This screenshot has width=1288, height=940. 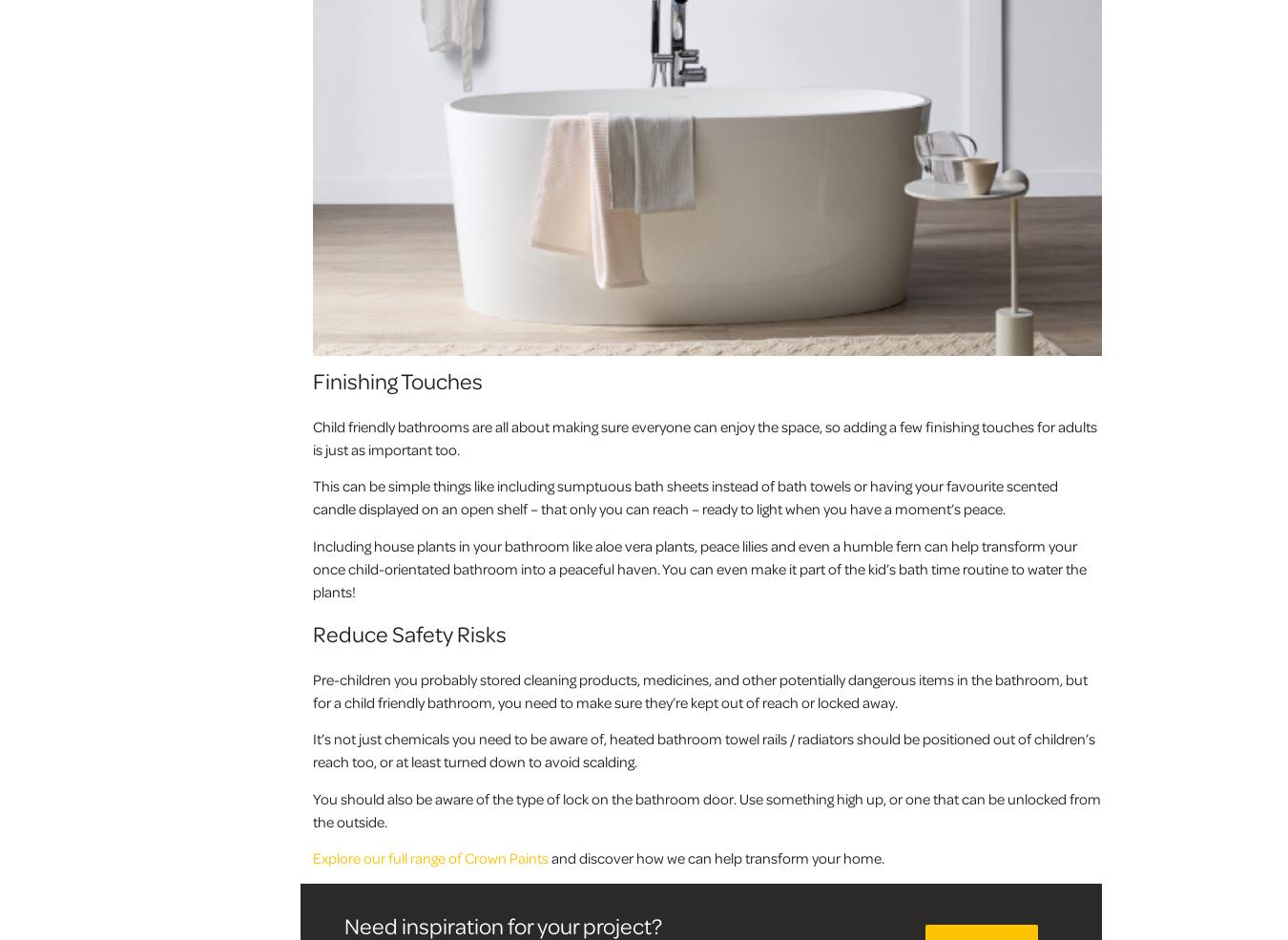 What do you see at coordinates (312, 858) in the screenshot?
I see `'Explore our full range of Crown Paints'` at bounding box center [312, 858].